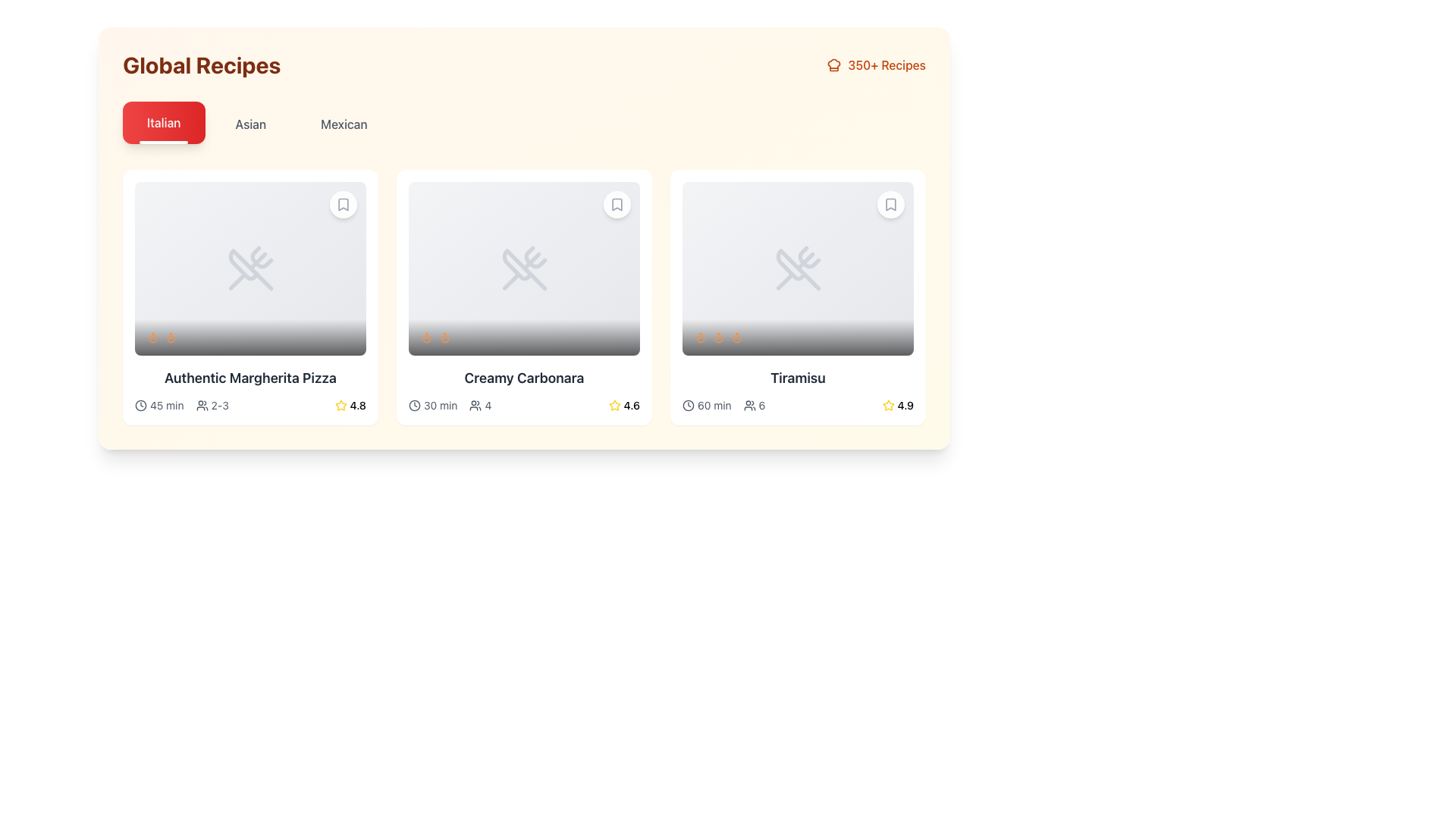 This screenshot has height=819, width=1456. What do you see at coordinates (687, 404) in the screenshot?
I see `the decorative graphical element (circle within an SVG clock) that represents the clock's face, located in the top-left corner of the card section under the 'Tiramisu' card` at bounding box center [687, 404].